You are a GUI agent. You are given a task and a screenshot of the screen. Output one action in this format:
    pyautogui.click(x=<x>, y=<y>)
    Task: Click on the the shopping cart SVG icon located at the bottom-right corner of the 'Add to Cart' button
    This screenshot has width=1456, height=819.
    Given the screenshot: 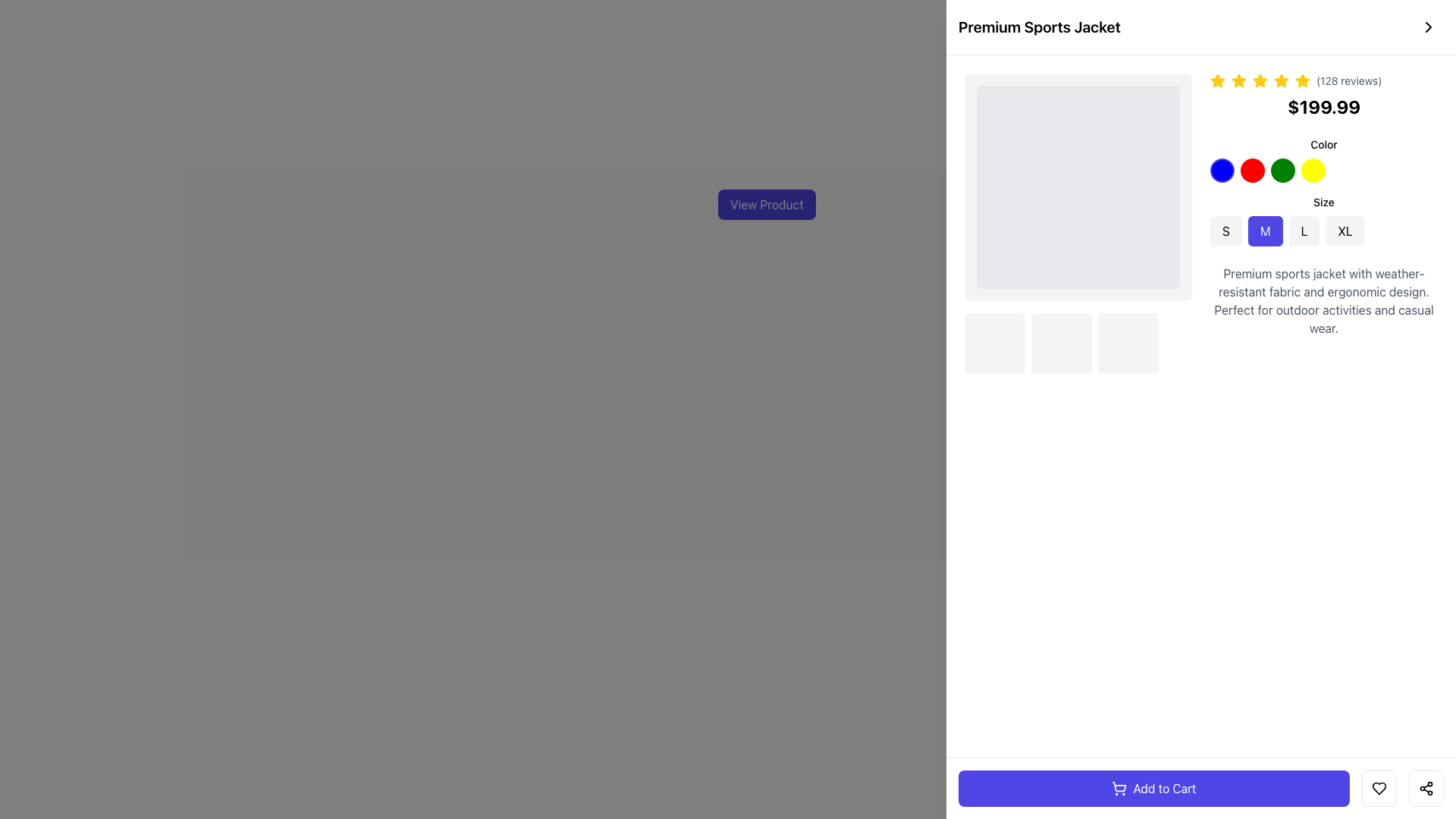 What is the action you would take?
    pyautogui.click(x=1119, y=786)
    